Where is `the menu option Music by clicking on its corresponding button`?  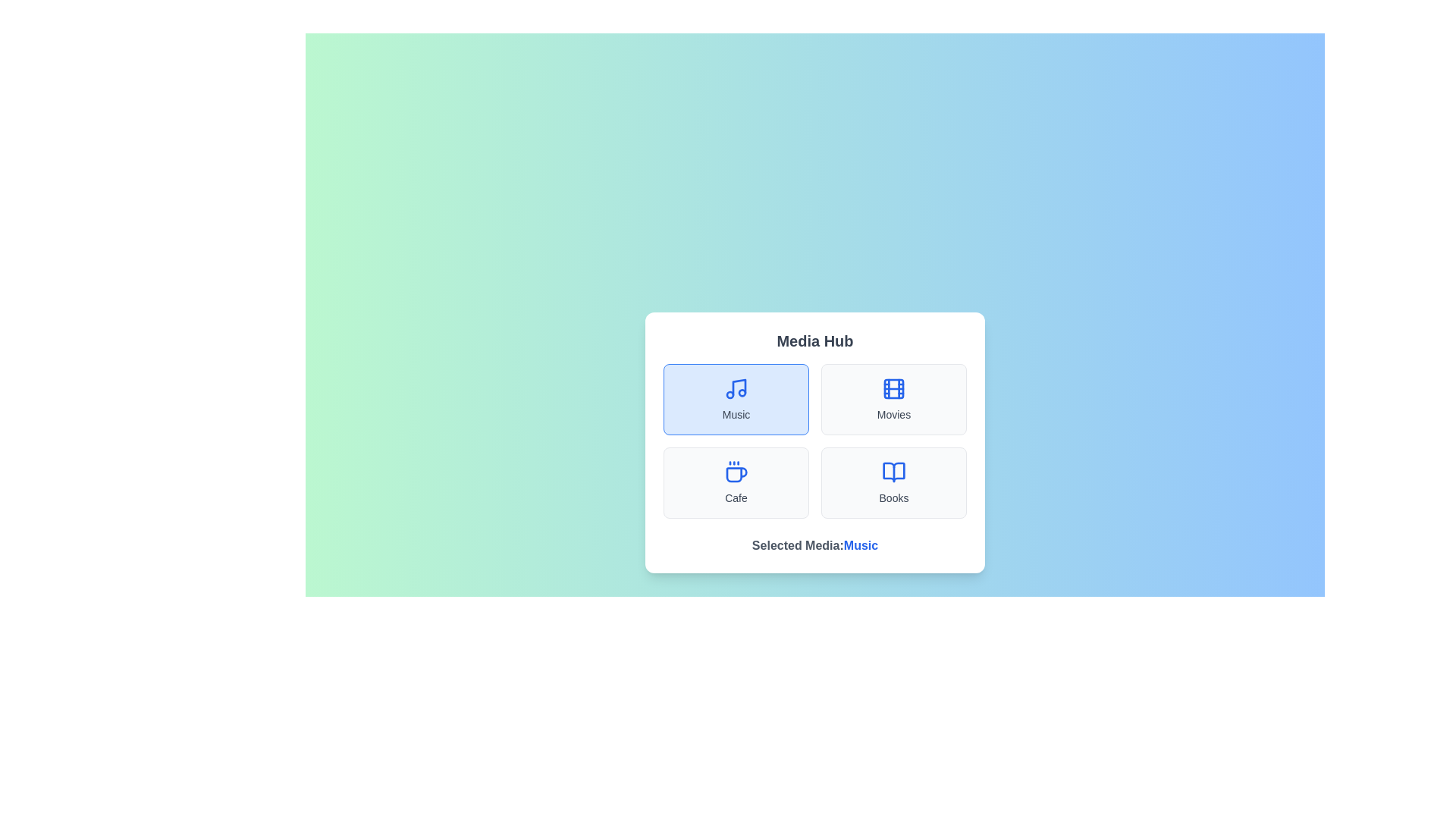
the menu option Music by clicking on its corresponding button is located at coordinates (736, 399).